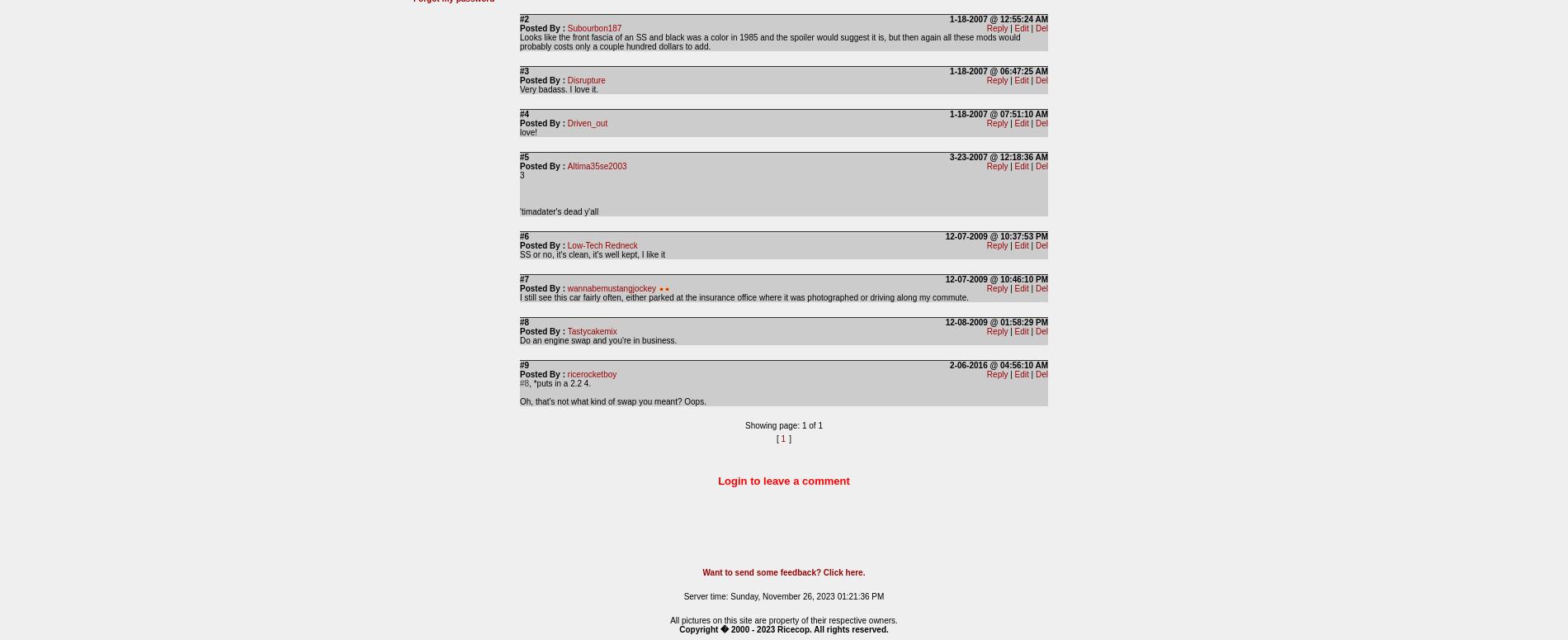 Image resolution: width=1568 pixels, height=640 pixels. Describe the element at coordinates (524, 157) in the screenshot. I see `'#5'` at that location.